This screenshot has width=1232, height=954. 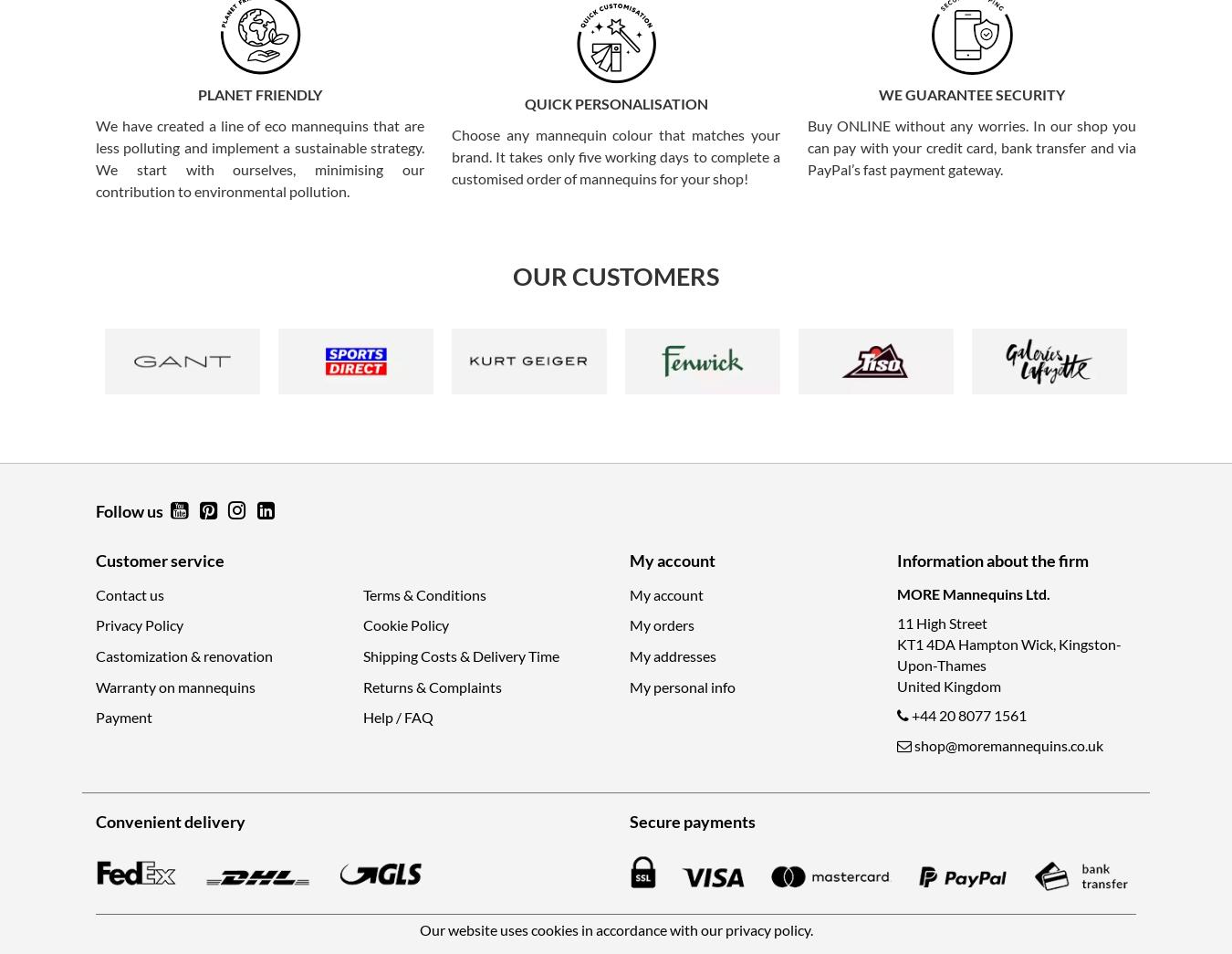 I want to click on 'PLANET FRIENDLY', so click(x=258, y=94).